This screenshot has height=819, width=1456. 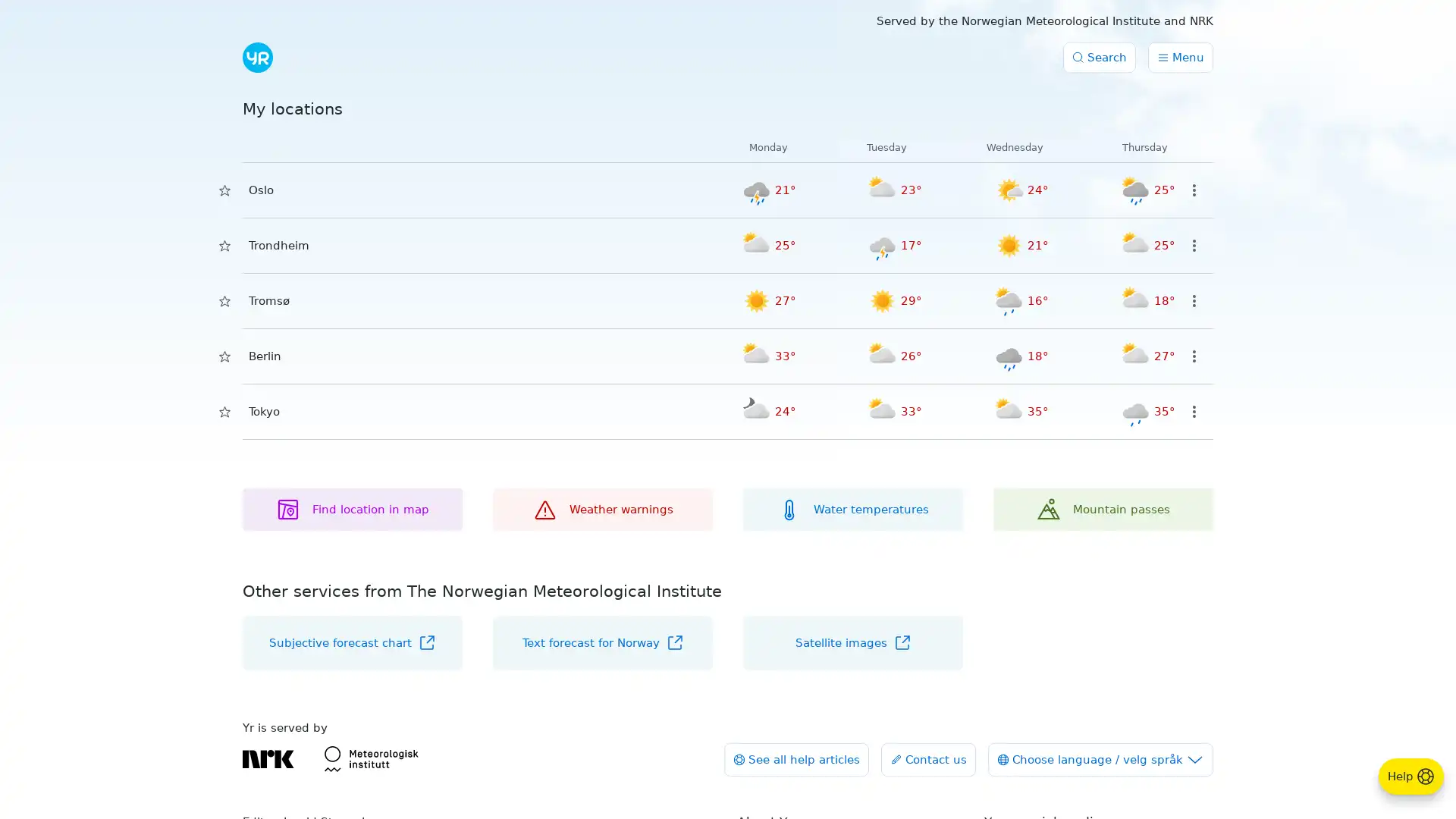 I want to click on Options for location, so click(x=1193, y=301).